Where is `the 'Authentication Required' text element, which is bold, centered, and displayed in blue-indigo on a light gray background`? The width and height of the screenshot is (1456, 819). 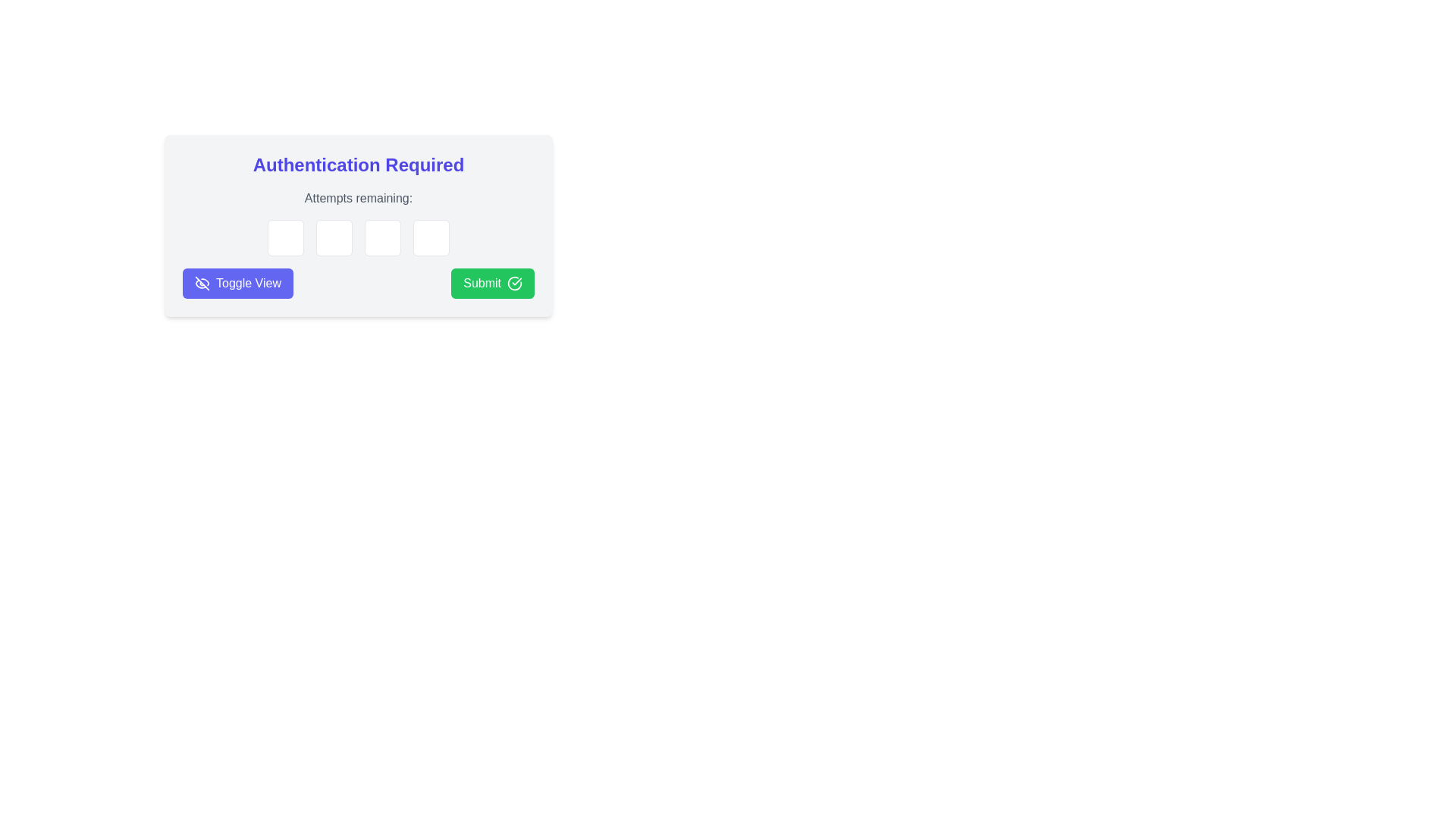 the 'Authentication Required' text element, which is bold, centered, and displayed in blue-indigo on a light gray background is located at coordinates (358, 165).